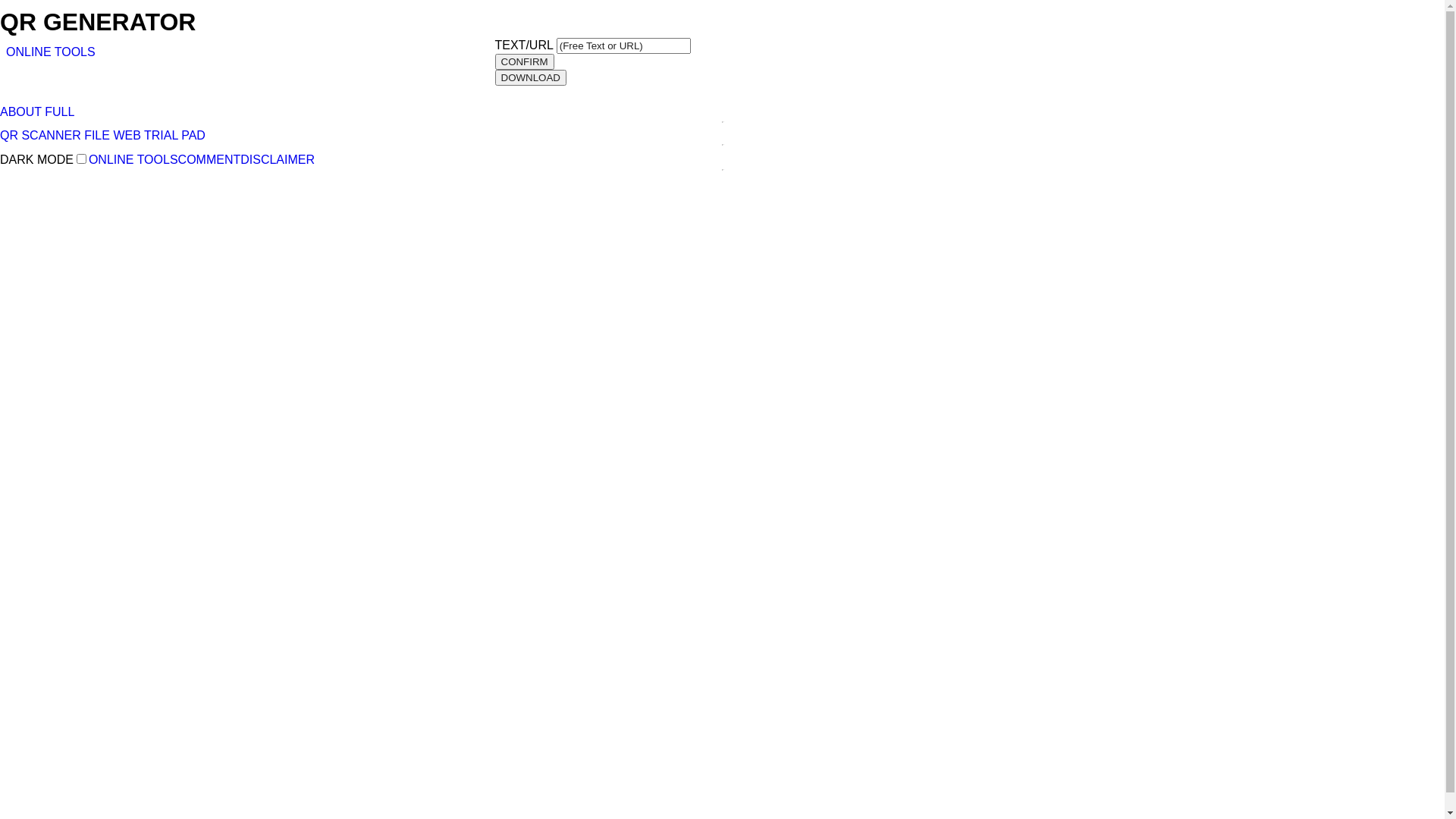 The width and height of the screenshot is (1456, 819). What do you see at coordinates (133, 159) in the screenshot?
I see `'ONLINE TOOLS'` at bounding box center [133, 159].